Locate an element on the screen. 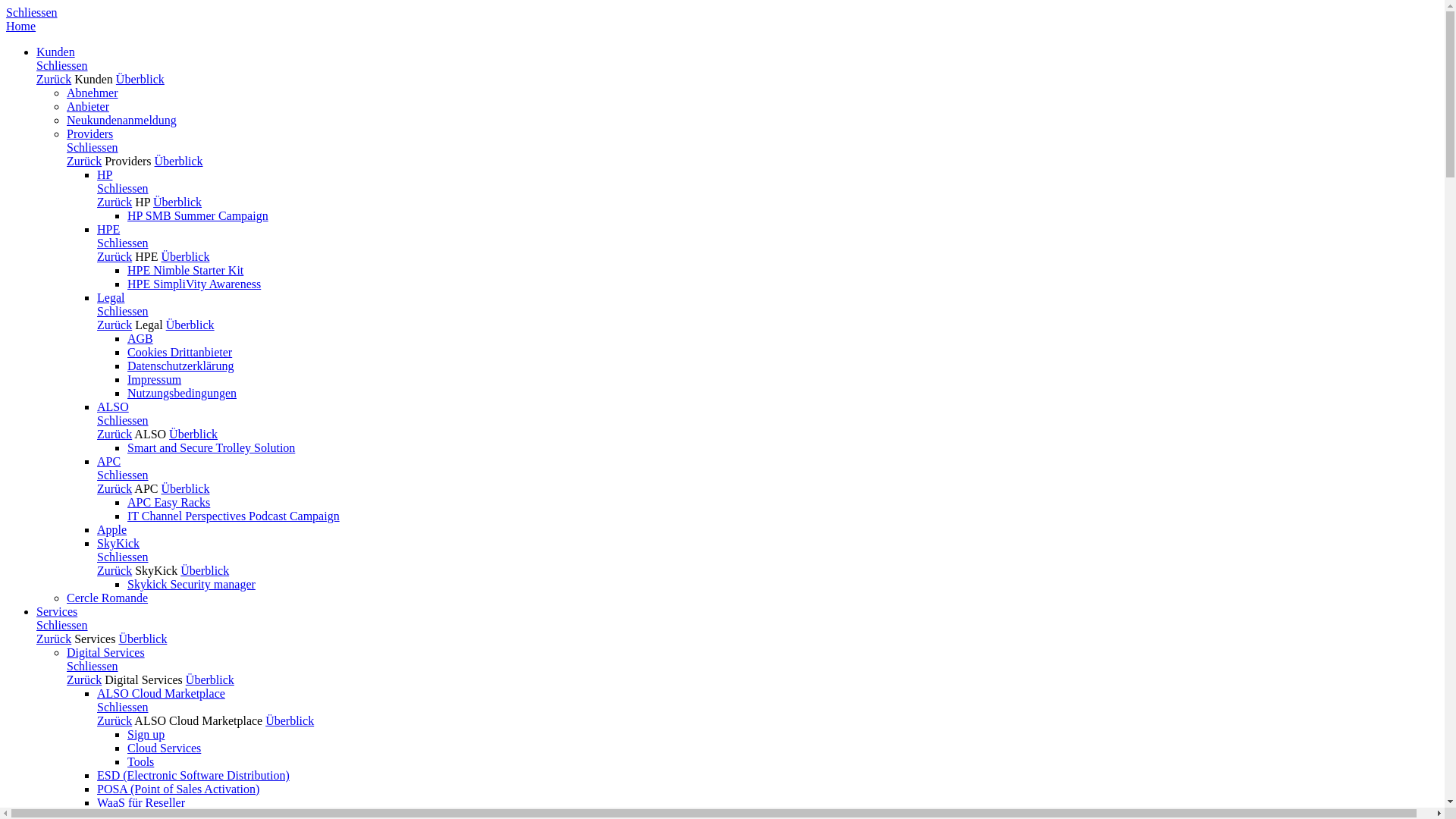 This screenshot has height=819, width=1456. 'HP' is located at coordinates (142, 201).